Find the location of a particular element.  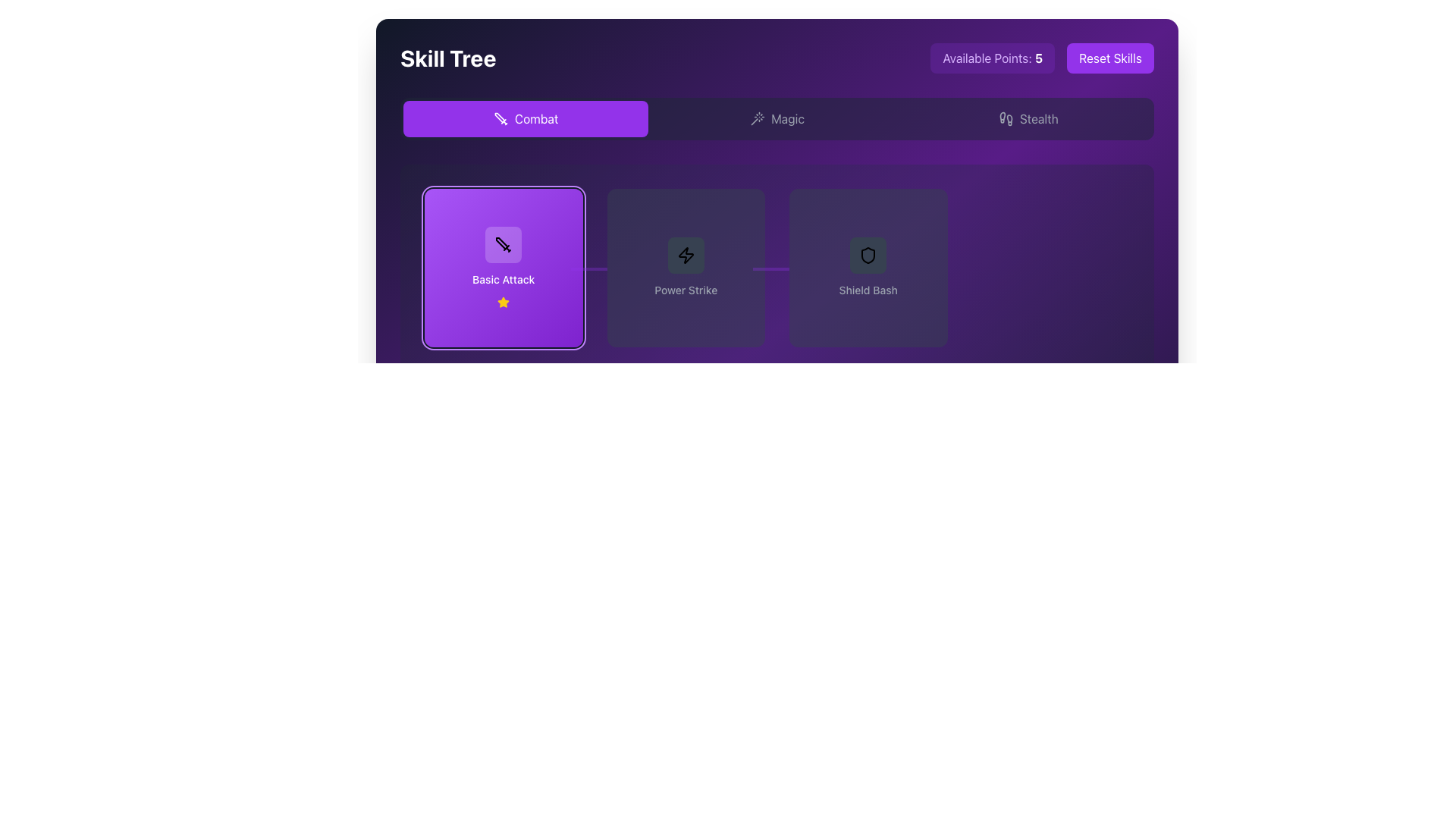

the 'Power Strike' skill icon, which serves as a graphical identifier for the skill is located at coordinates (685, 255).